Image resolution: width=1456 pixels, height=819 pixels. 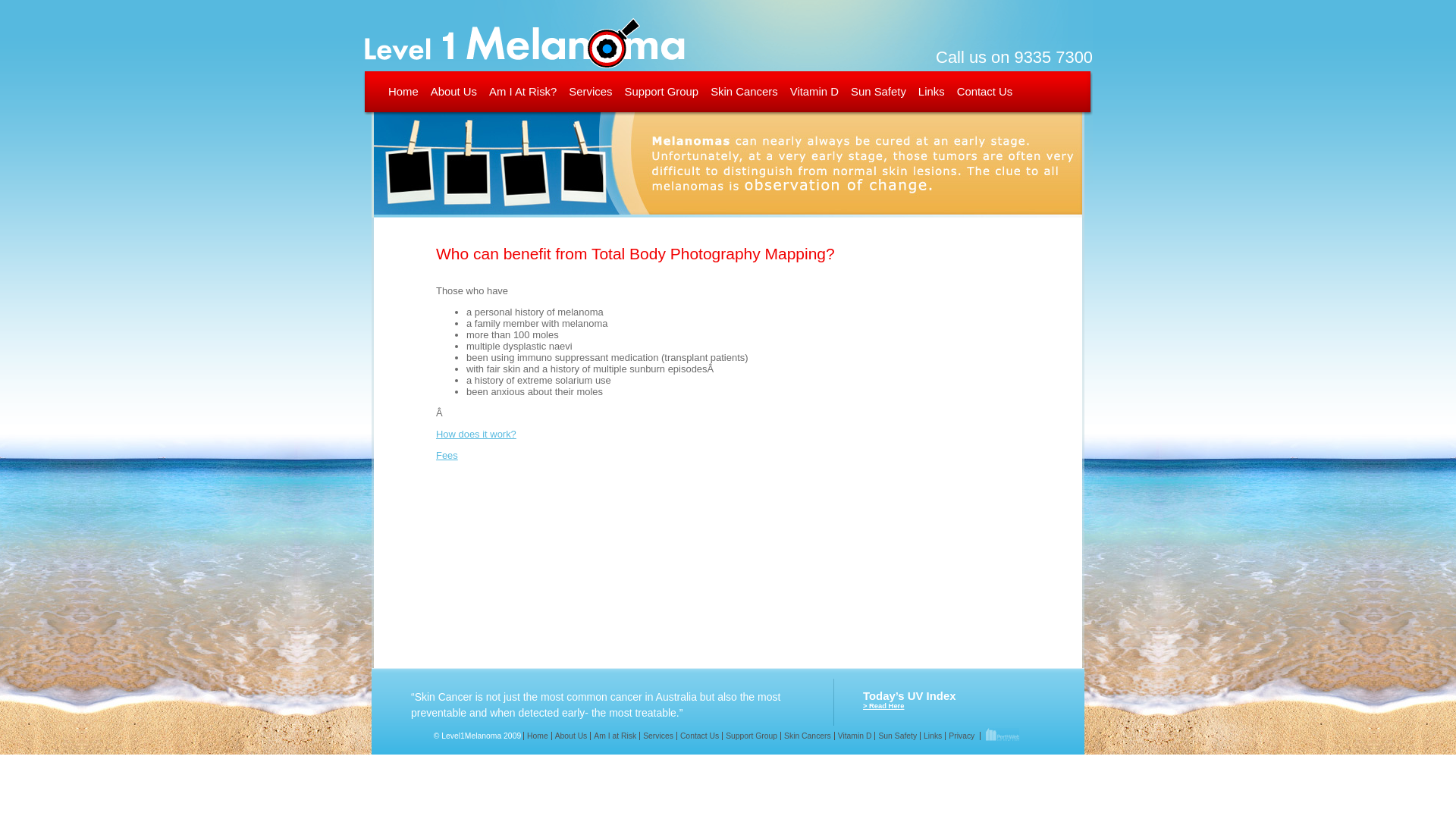 I want to click on 'Home', so click(x=388, y=91).